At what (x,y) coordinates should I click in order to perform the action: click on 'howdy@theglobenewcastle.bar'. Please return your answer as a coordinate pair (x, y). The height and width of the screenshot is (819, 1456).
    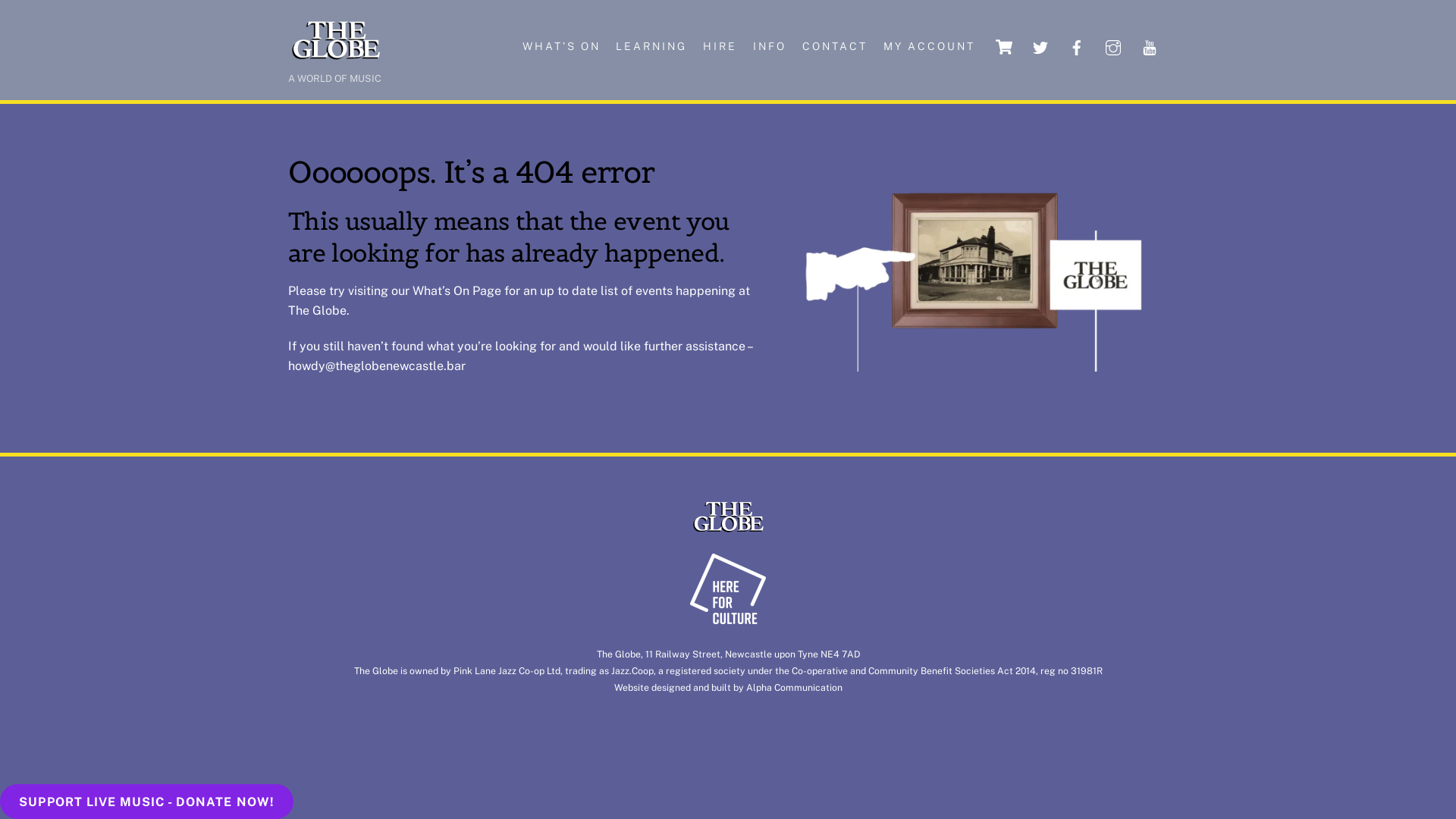
    Looking at the image, I should click on (377, 366).